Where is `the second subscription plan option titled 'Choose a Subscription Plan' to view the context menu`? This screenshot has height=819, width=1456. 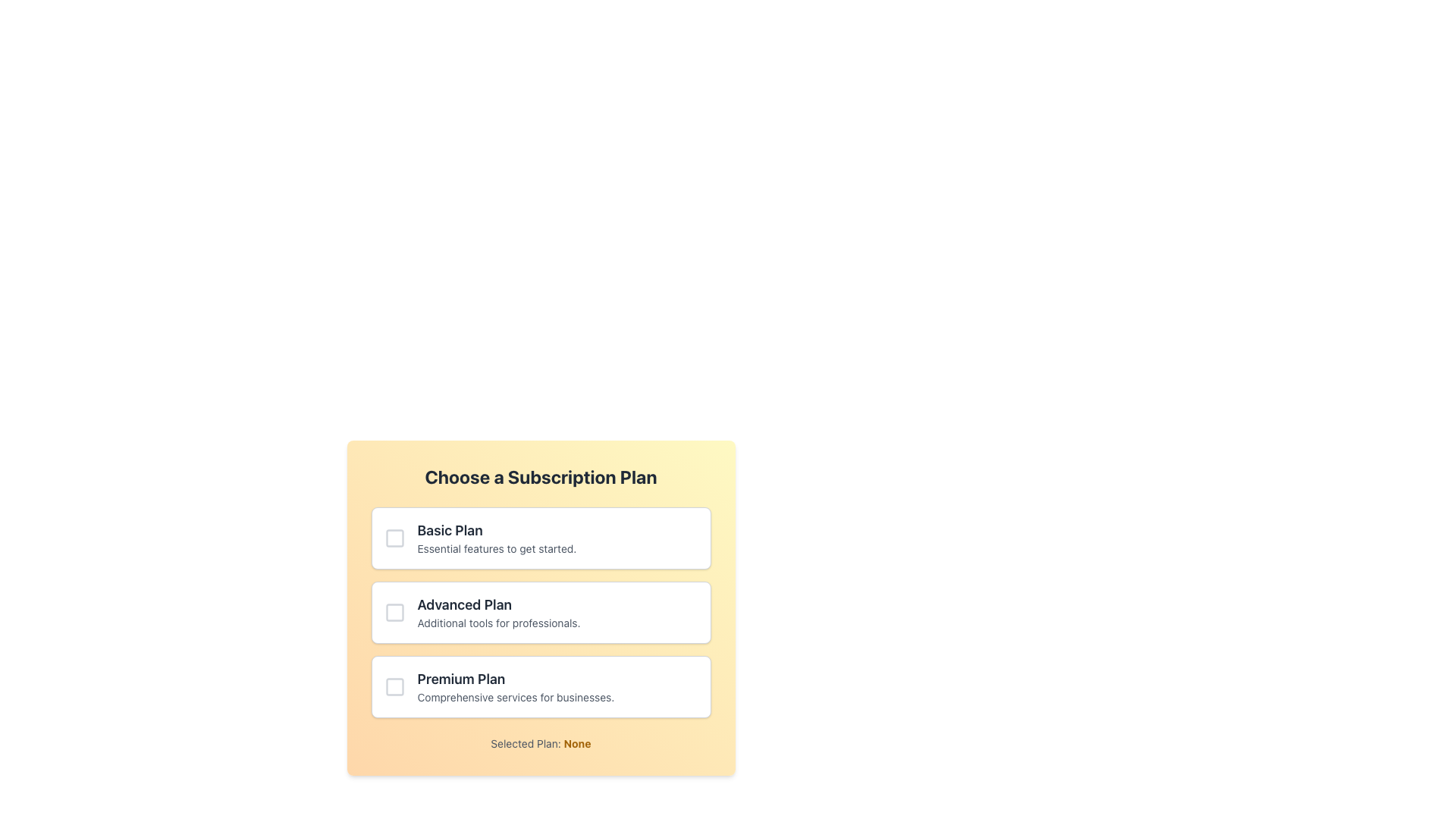
the second subscription plan option titled 'Choose a Subscription Plan' to view the context menu is located at coordinates (541, 607).